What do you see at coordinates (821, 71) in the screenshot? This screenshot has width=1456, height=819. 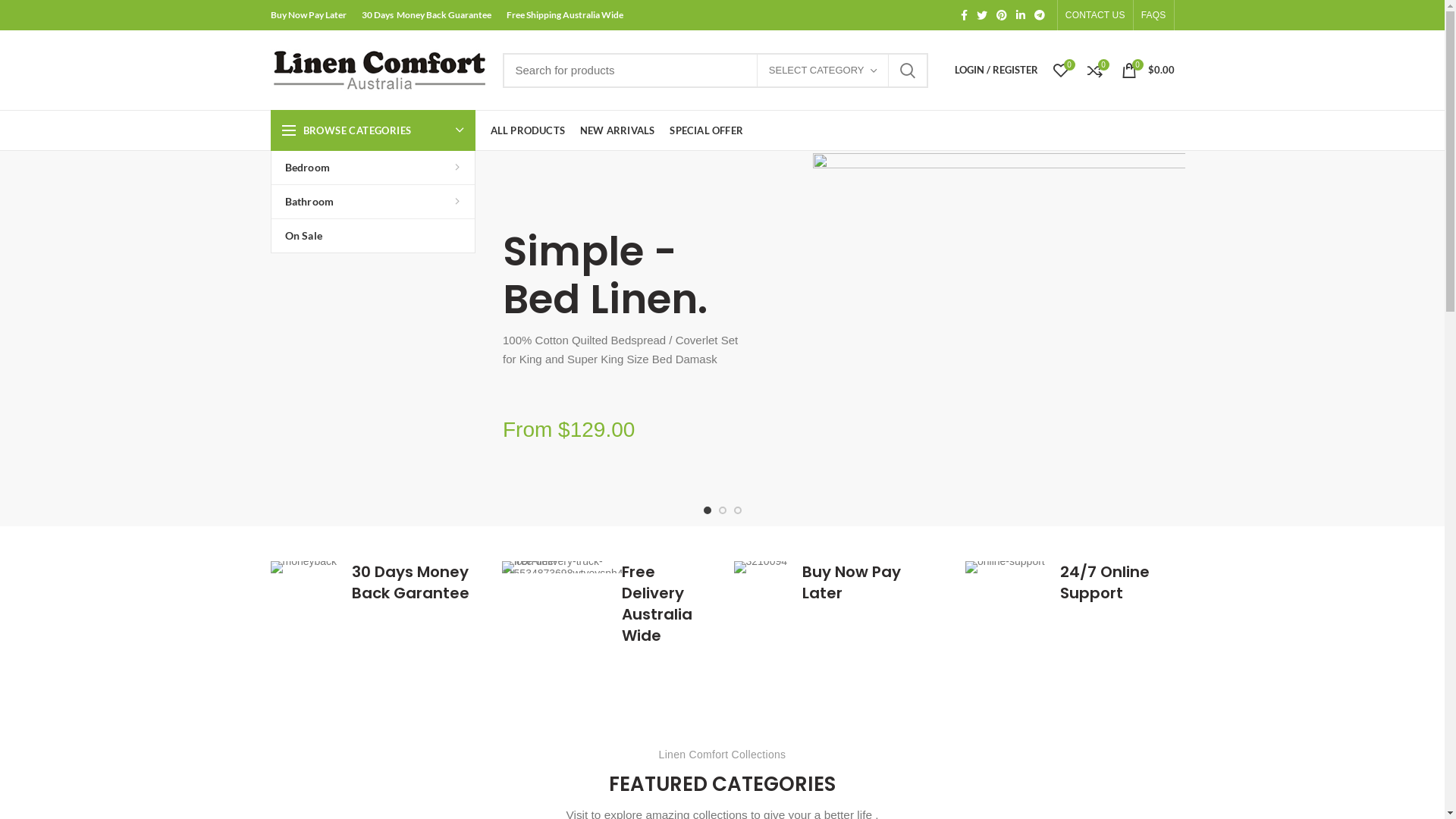 I see `'SELECT CATEGORY'` at bounding box center [821, 71].